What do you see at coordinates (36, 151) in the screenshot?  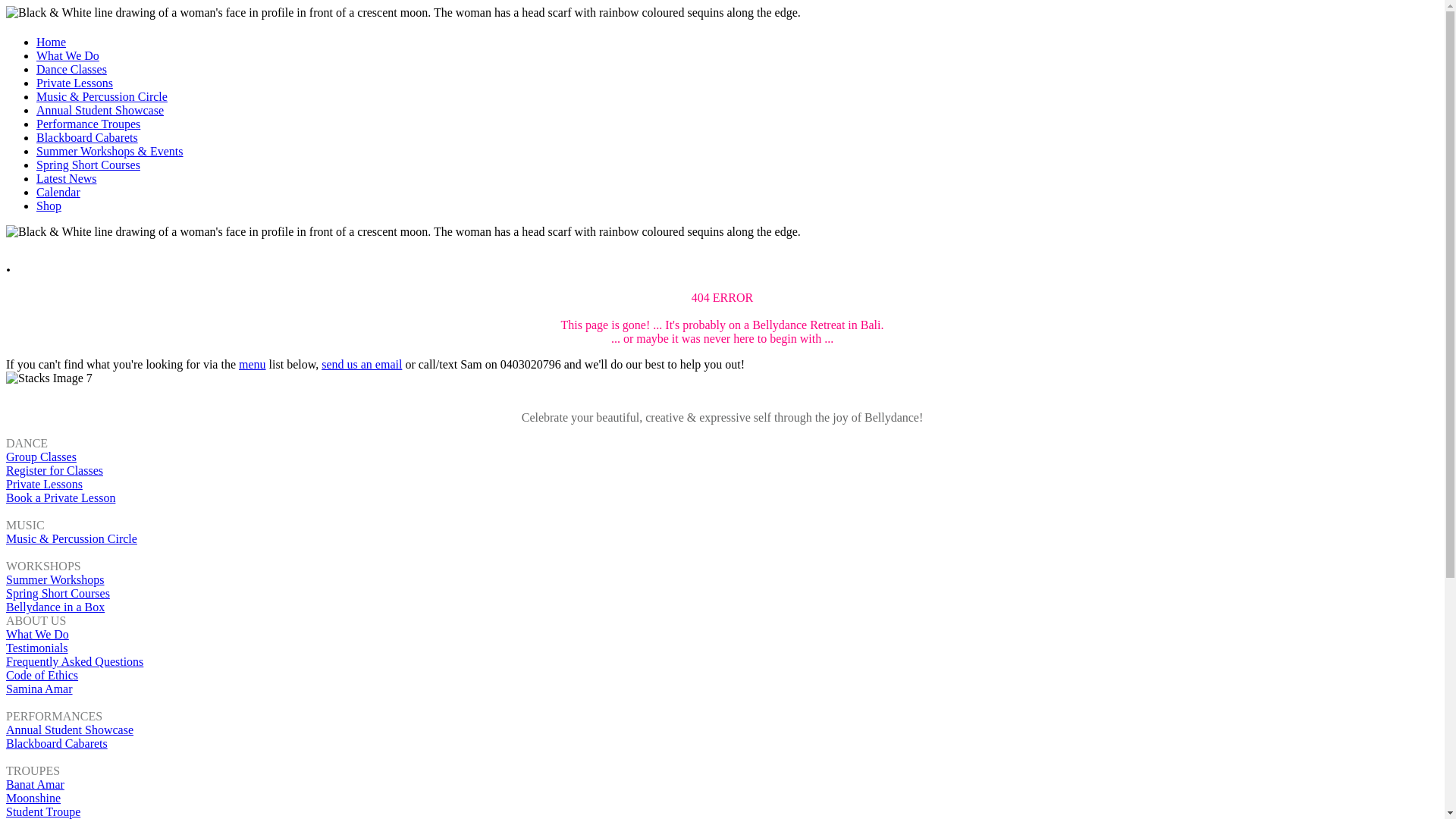 I see `'Summer Workshops & Events'` at bounding box center [36, 151].